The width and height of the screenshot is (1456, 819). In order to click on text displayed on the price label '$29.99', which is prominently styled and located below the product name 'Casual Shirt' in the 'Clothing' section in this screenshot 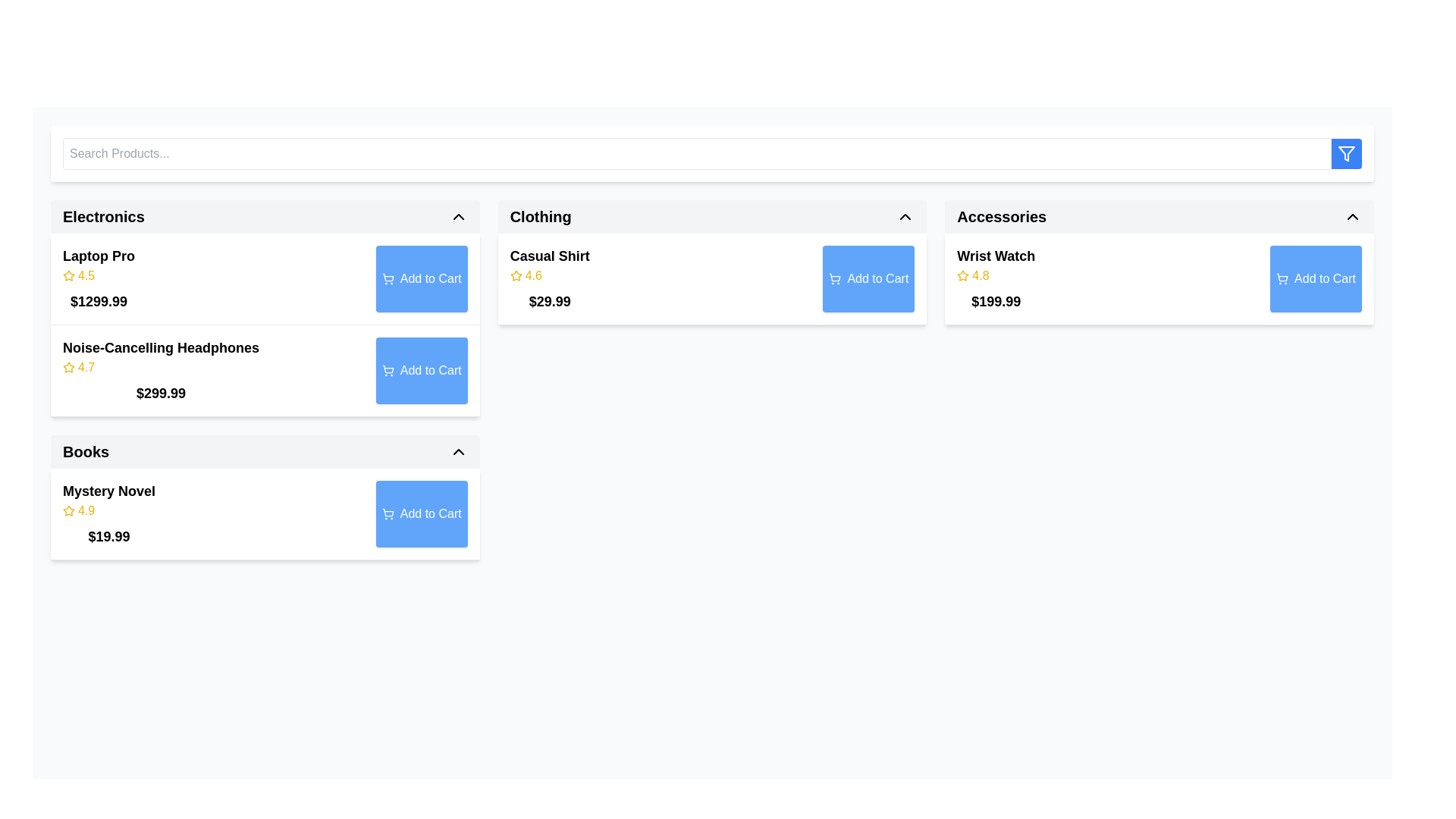, I will do `click(549, 301)`.